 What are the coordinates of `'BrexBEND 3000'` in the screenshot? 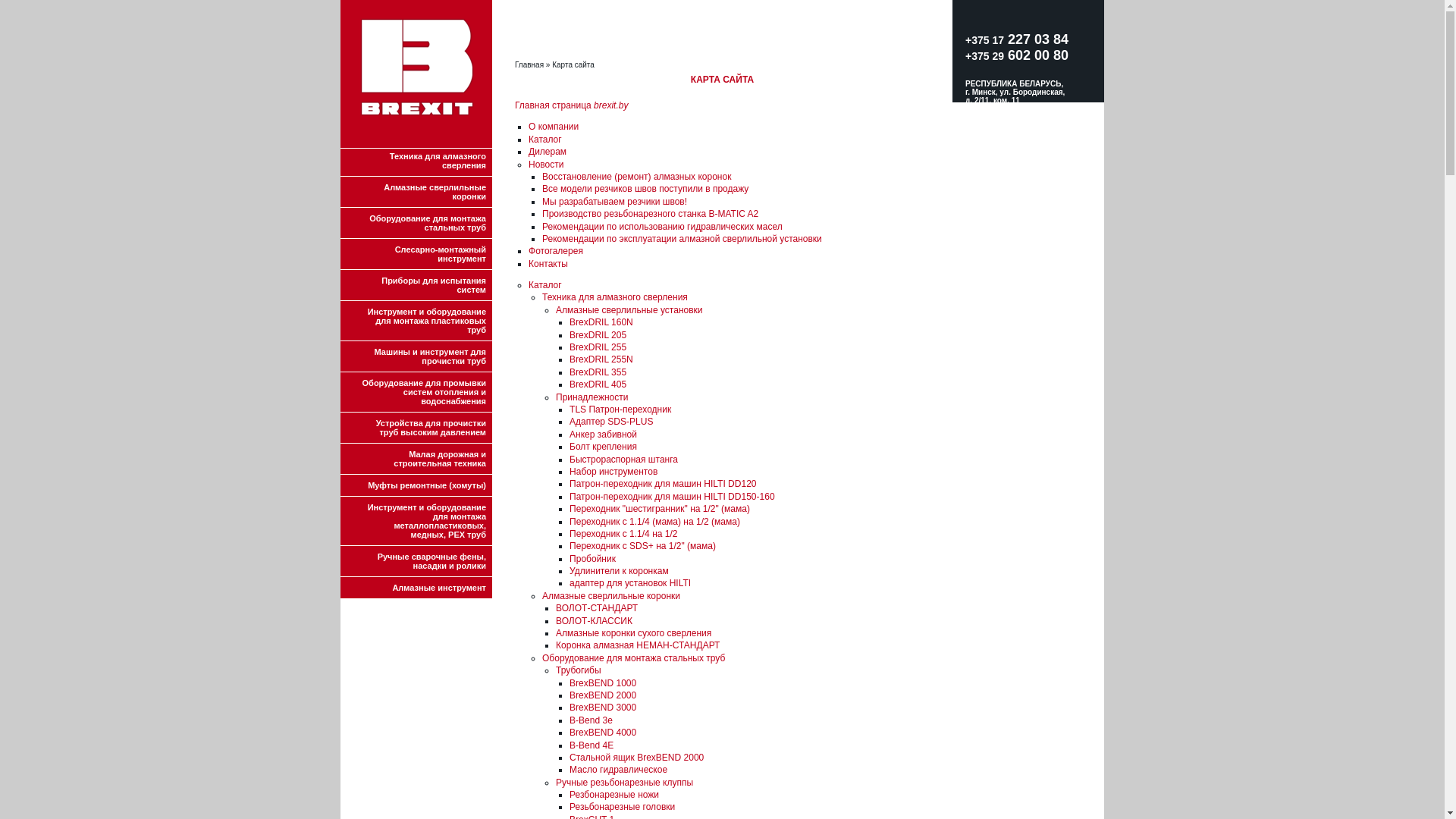 It's located at (602, 708).